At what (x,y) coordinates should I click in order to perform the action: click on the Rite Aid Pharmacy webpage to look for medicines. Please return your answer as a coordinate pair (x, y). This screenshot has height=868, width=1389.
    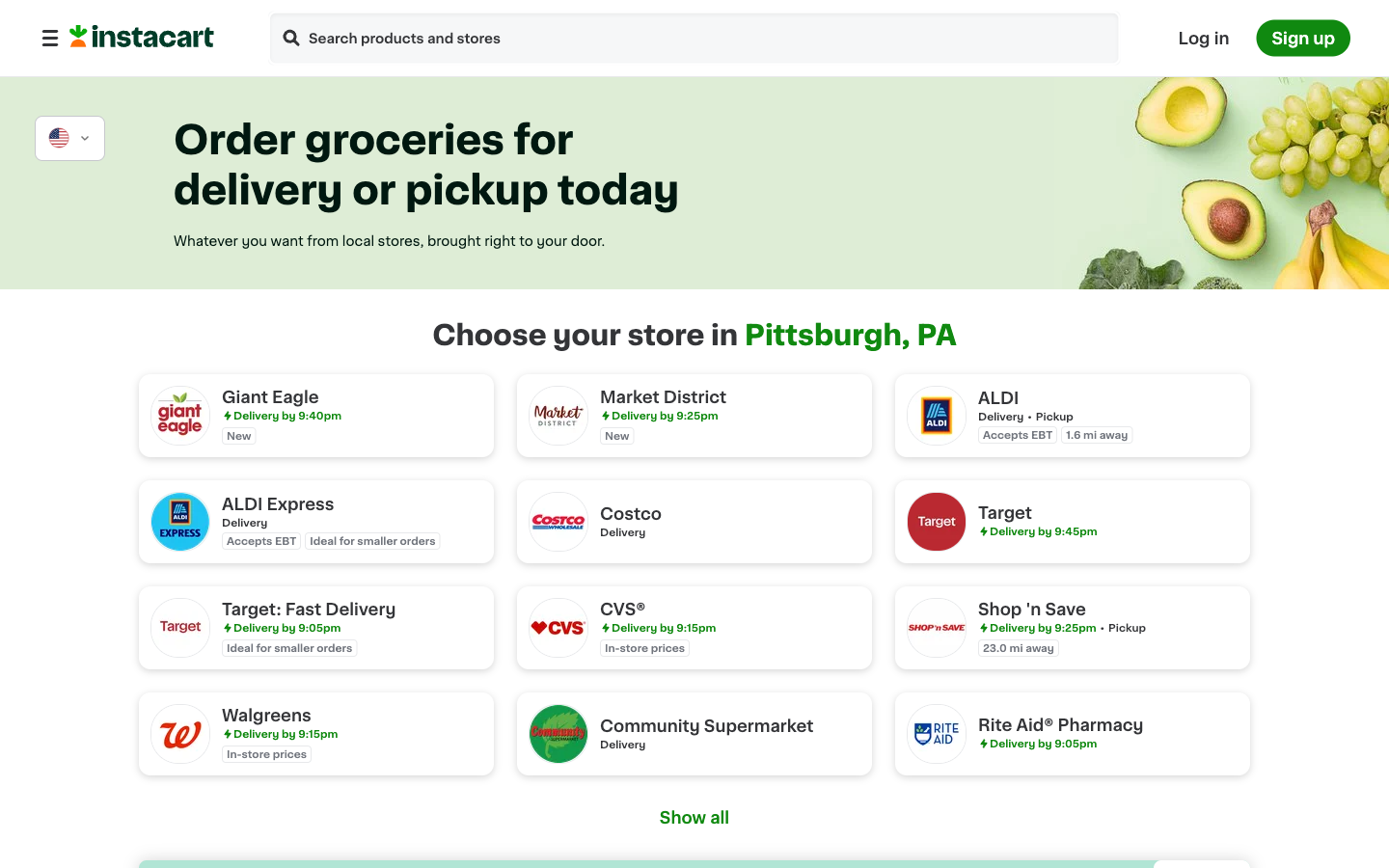
    Looking at the image, I should click on (1071, 733).